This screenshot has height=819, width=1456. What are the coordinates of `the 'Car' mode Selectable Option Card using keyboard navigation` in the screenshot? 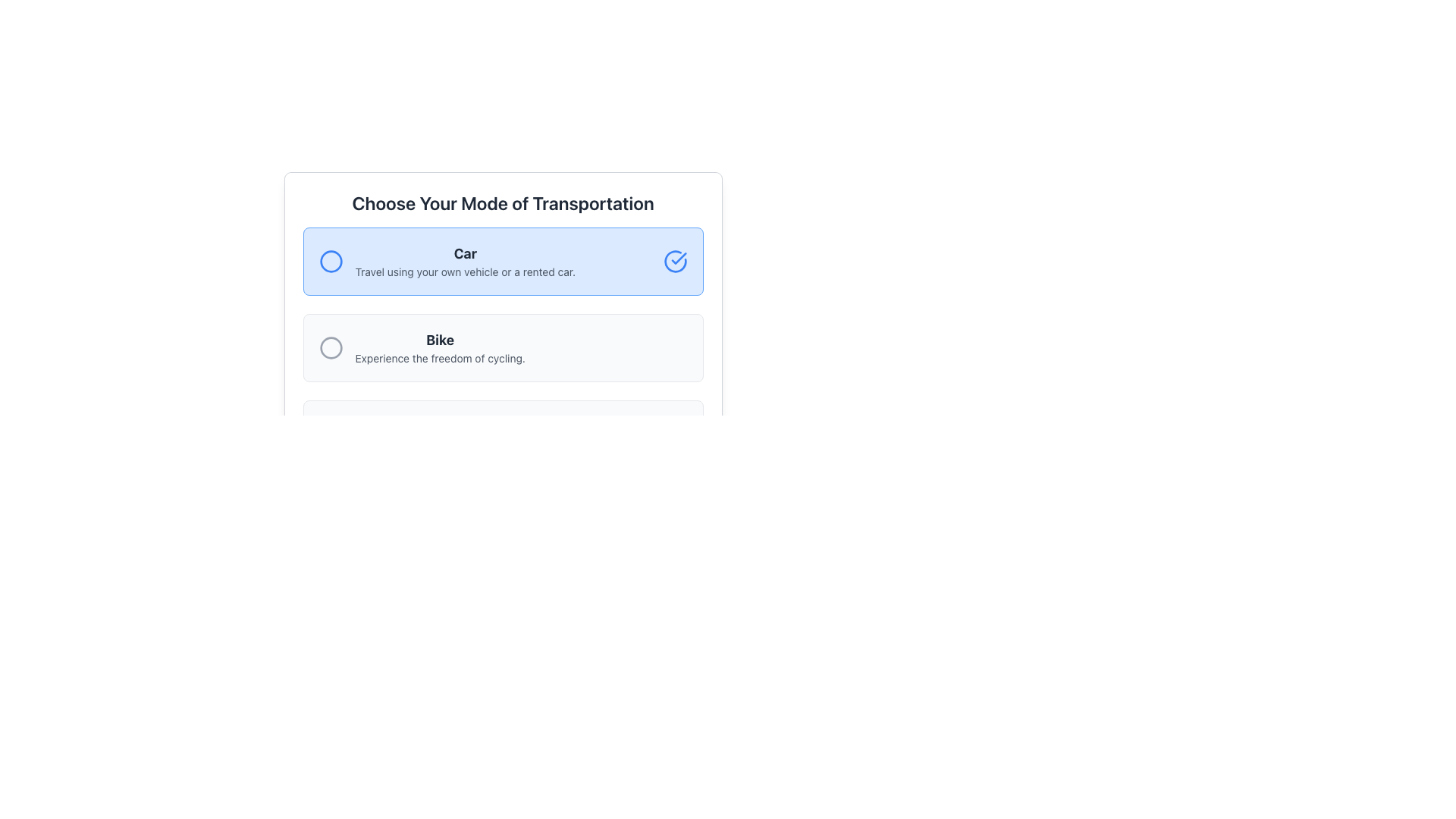 It's located at (503, 260).